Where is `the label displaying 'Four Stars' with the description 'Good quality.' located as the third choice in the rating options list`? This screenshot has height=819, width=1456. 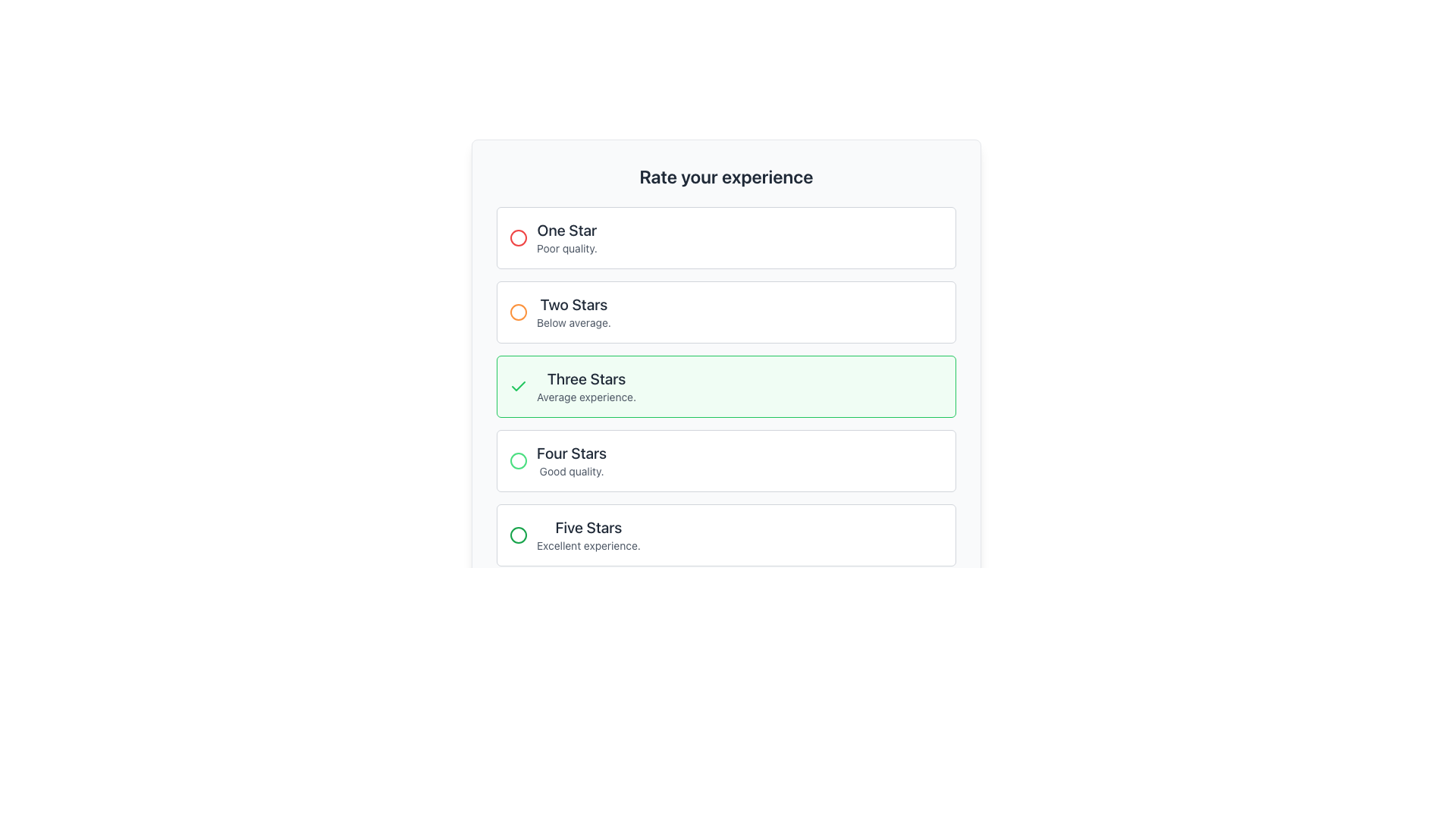 the label displaying 'Four Stars' with the description 'Good quality.' located as the third choice in the rating options list is located at coordinates (570, 460).